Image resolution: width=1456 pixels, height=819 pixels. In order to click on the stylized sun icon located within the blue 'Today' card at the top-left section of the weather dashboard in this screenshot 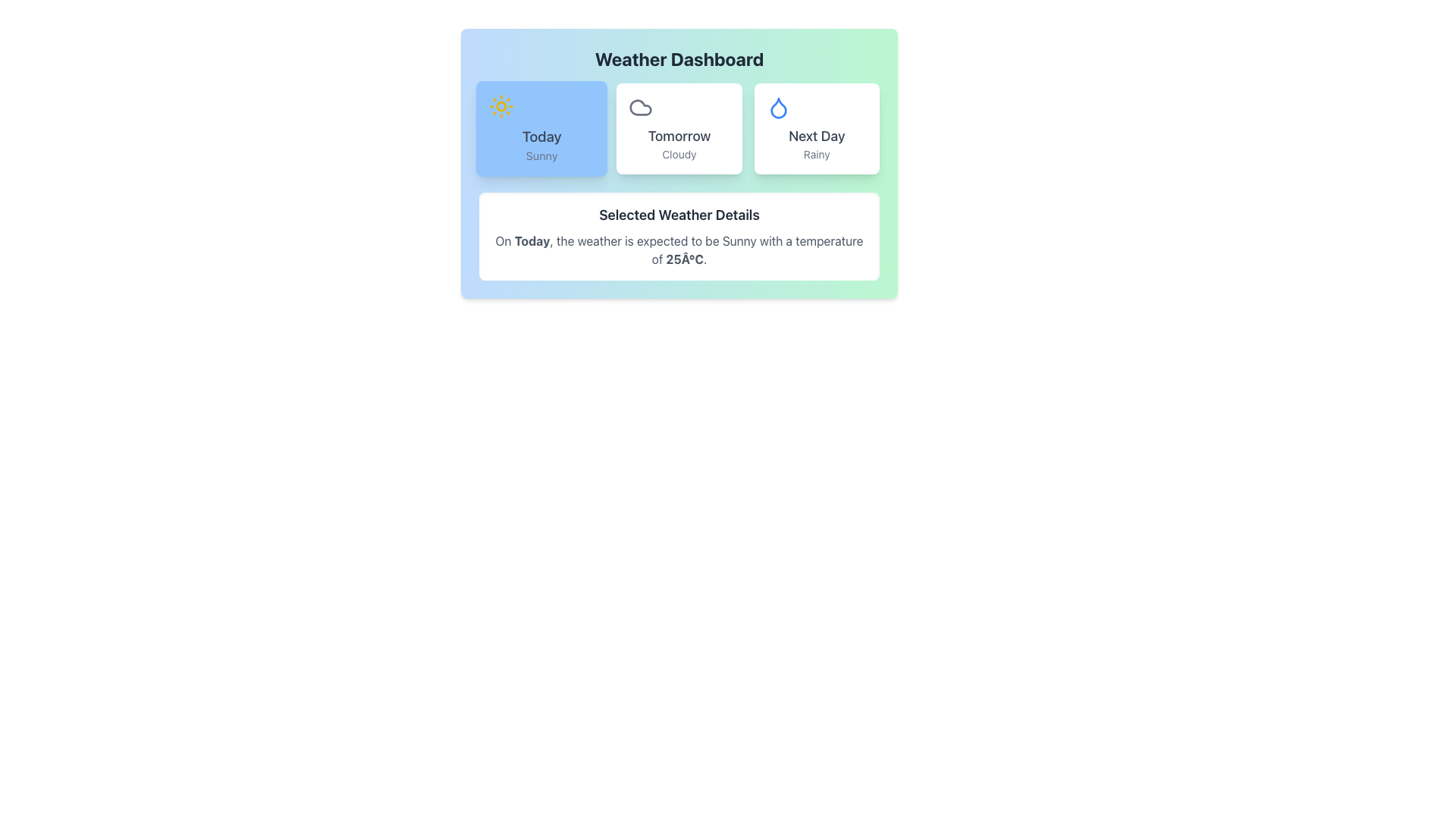, I will do `click(501, 105)`.